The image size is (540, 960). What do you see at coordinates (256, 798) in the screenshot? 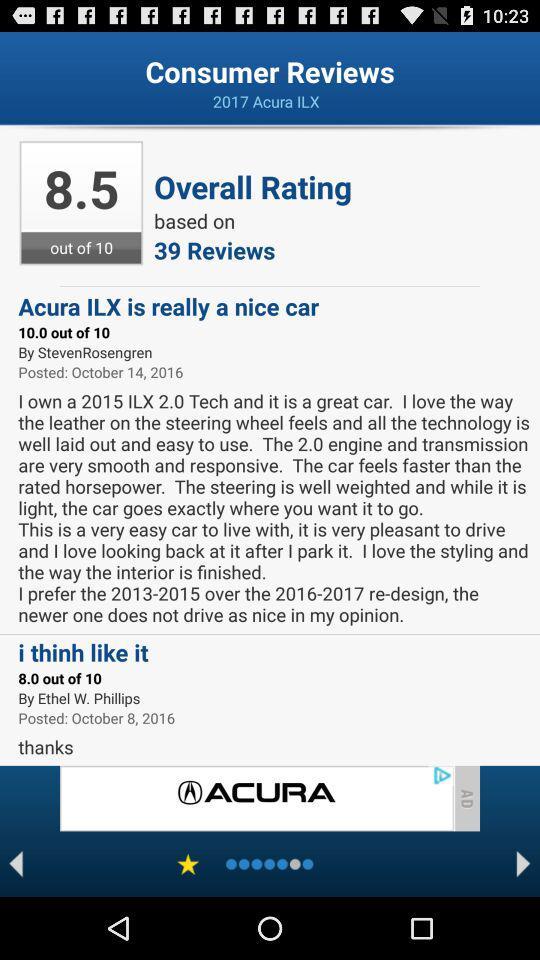
I see `this option advertisement` at bounding box center [256, 798].